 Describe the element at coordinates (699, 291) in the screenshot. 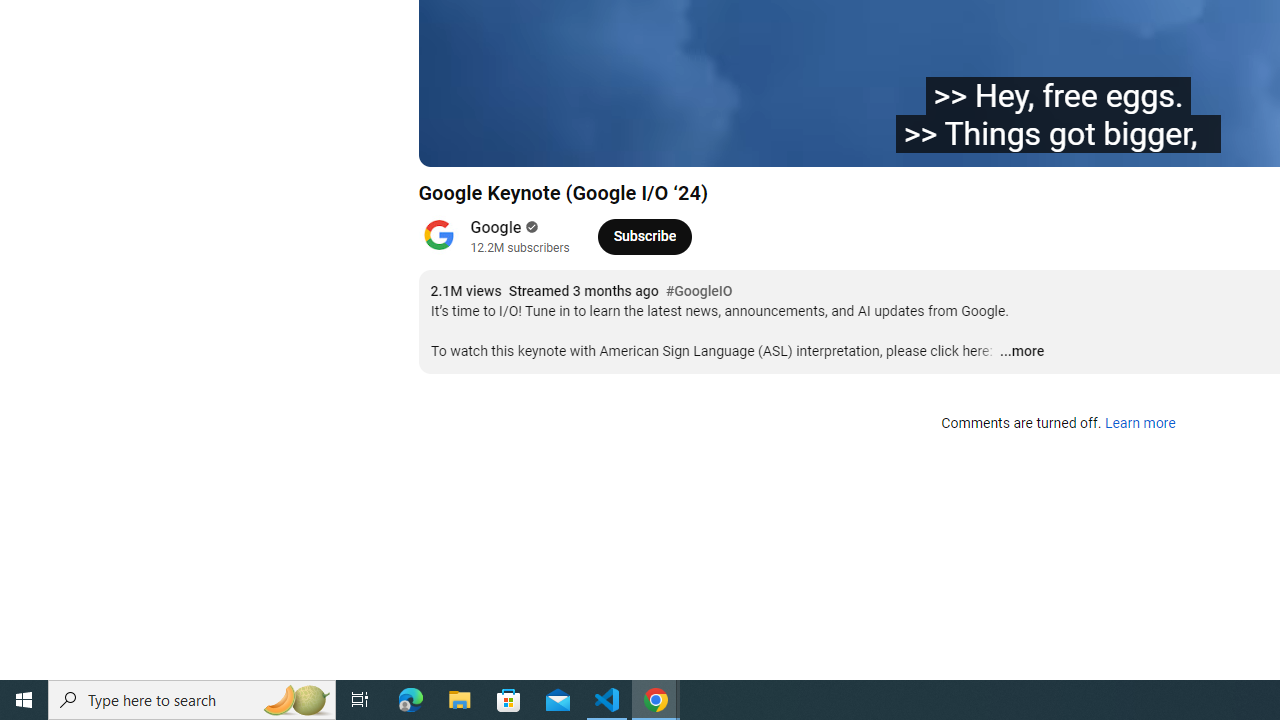

I see `'#GoogleIO'` at that location.